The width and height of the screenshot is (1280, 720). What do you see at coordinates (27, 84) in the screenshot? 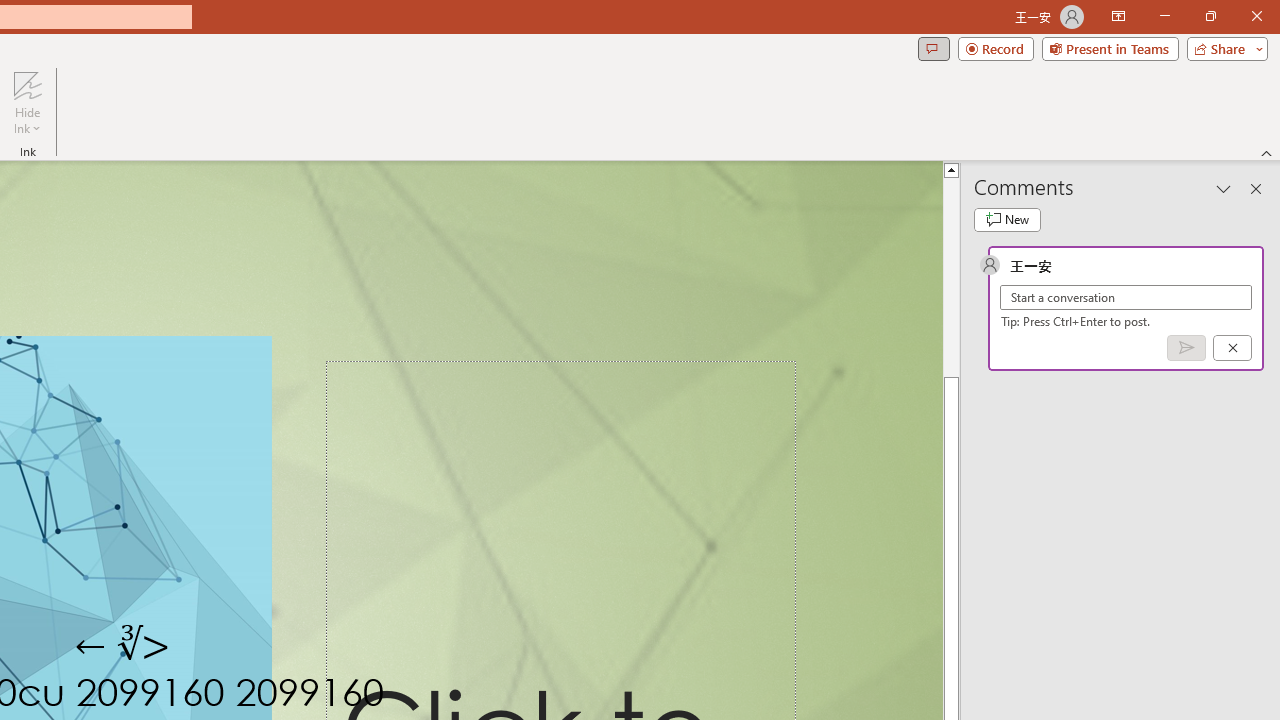
I see `'Hide Ink'` at bounding box center [27, 84].